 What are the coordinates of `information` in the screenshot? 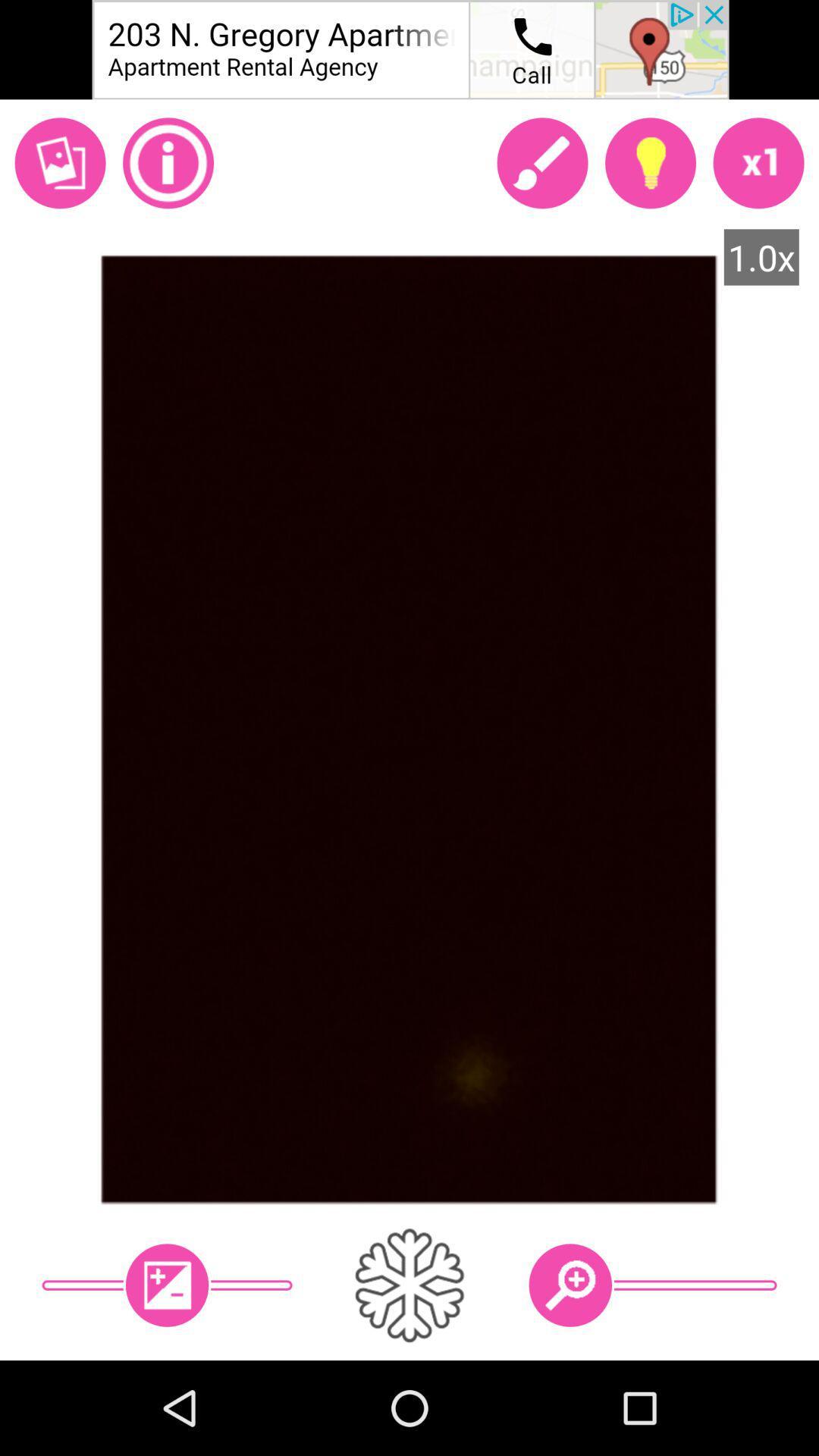 It's located at (168, 163).